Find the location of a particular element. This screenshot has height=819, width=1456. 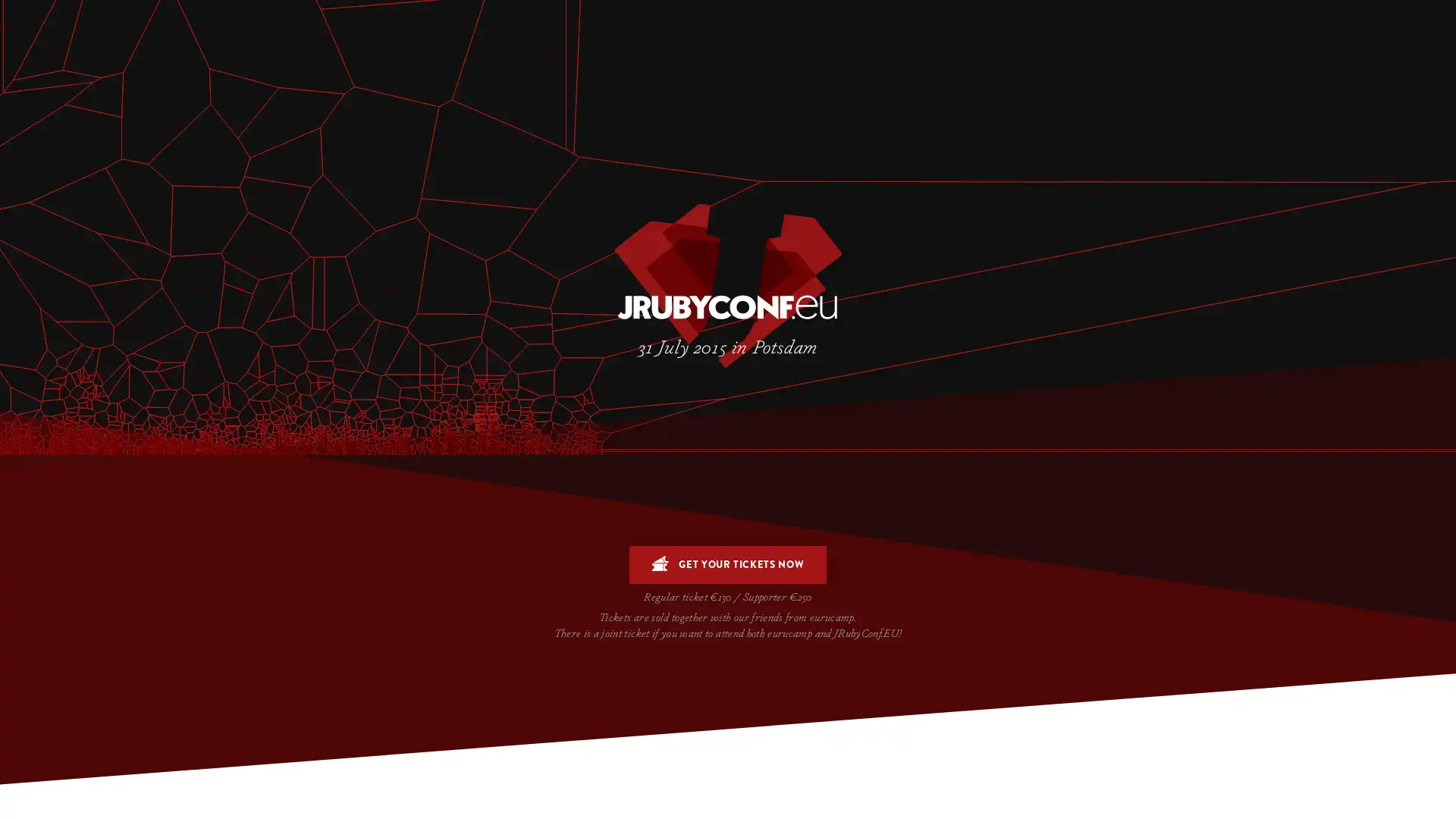

GET YOUR TICKETS NOW is located at coordinates (728, 564).